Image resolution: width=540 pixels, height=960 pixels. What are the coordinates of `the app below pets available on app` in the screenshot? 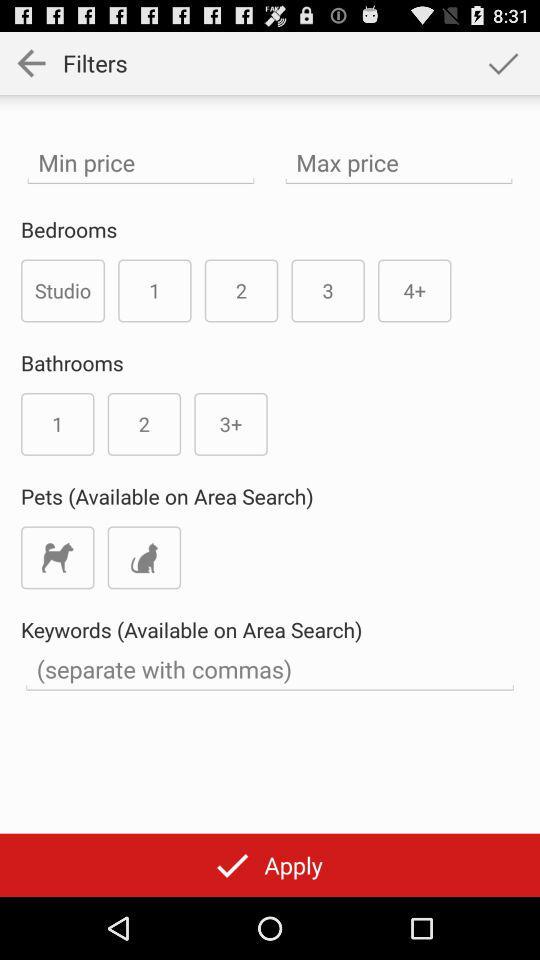 It's located at (143, 557).